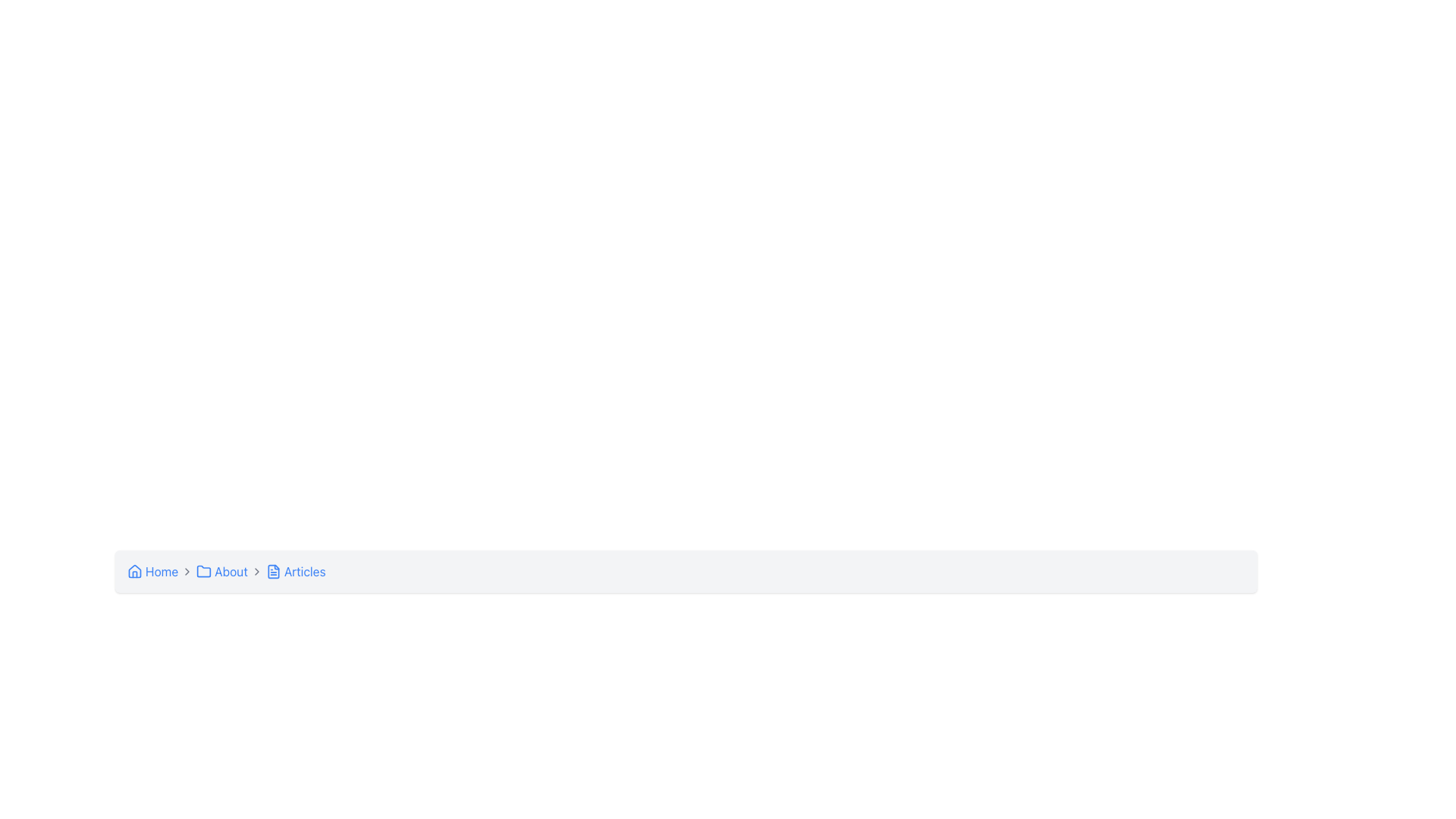  What do you see at coordinates (296, 571) in the screenshot?
I see `the clickable link labeled 'Articles' in the breadcrumb navigation bar` at bounding box center [296, 571].